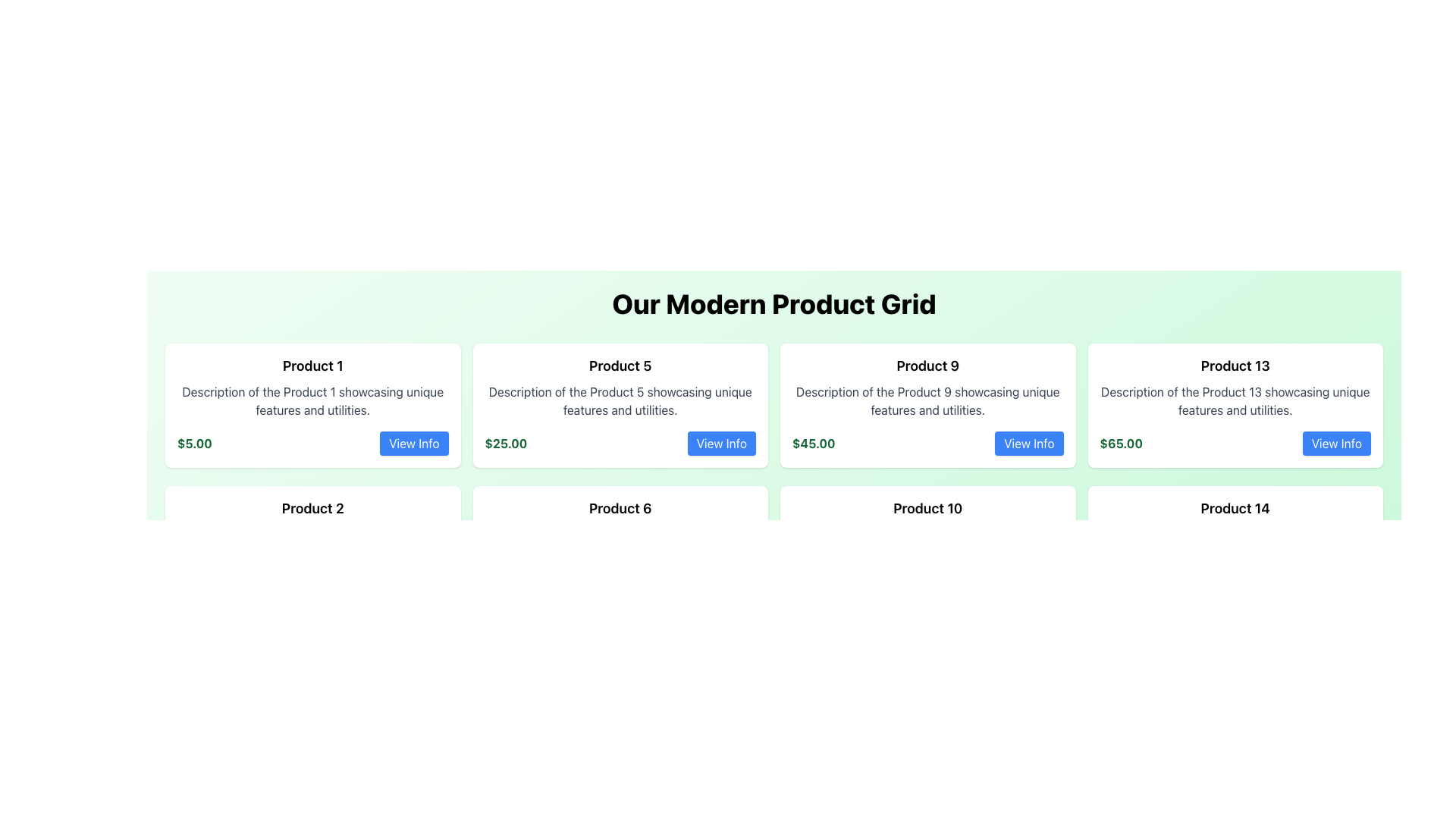 This screenshot has width=1456, height=819. I want to click on the Text Display element that provides a description of 'Product 1', located below its title and above the price segment, so click(312, 400).